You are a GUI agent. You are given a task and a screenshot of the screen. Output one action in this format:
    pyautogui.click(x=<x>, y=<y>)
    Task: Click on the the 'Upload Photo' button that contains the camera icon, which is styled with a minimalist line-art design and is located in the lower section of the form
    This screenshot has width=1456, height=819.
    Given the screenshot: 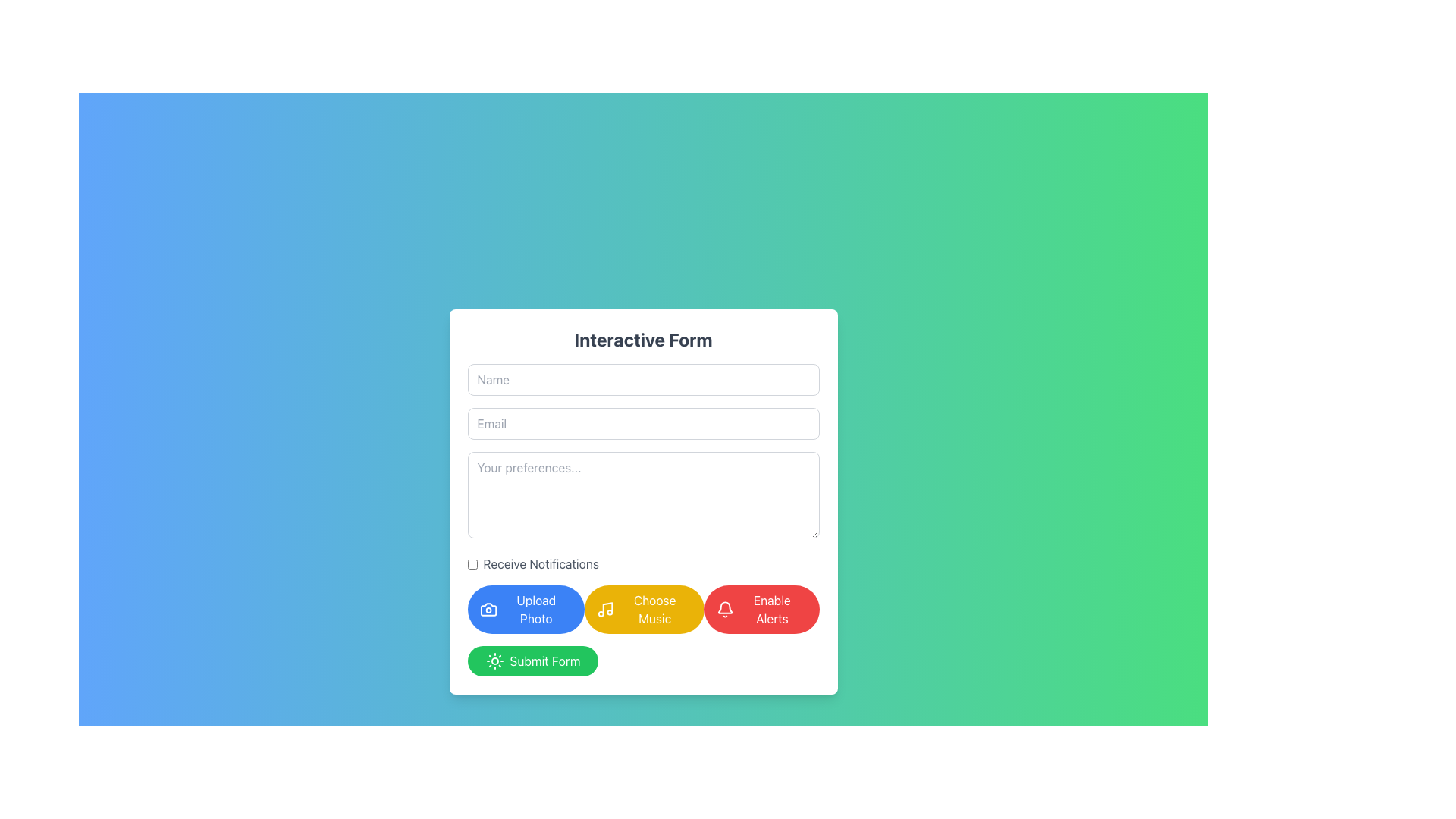 What is the action you would take?
    pyautogui.click(x=488, y=608)
    